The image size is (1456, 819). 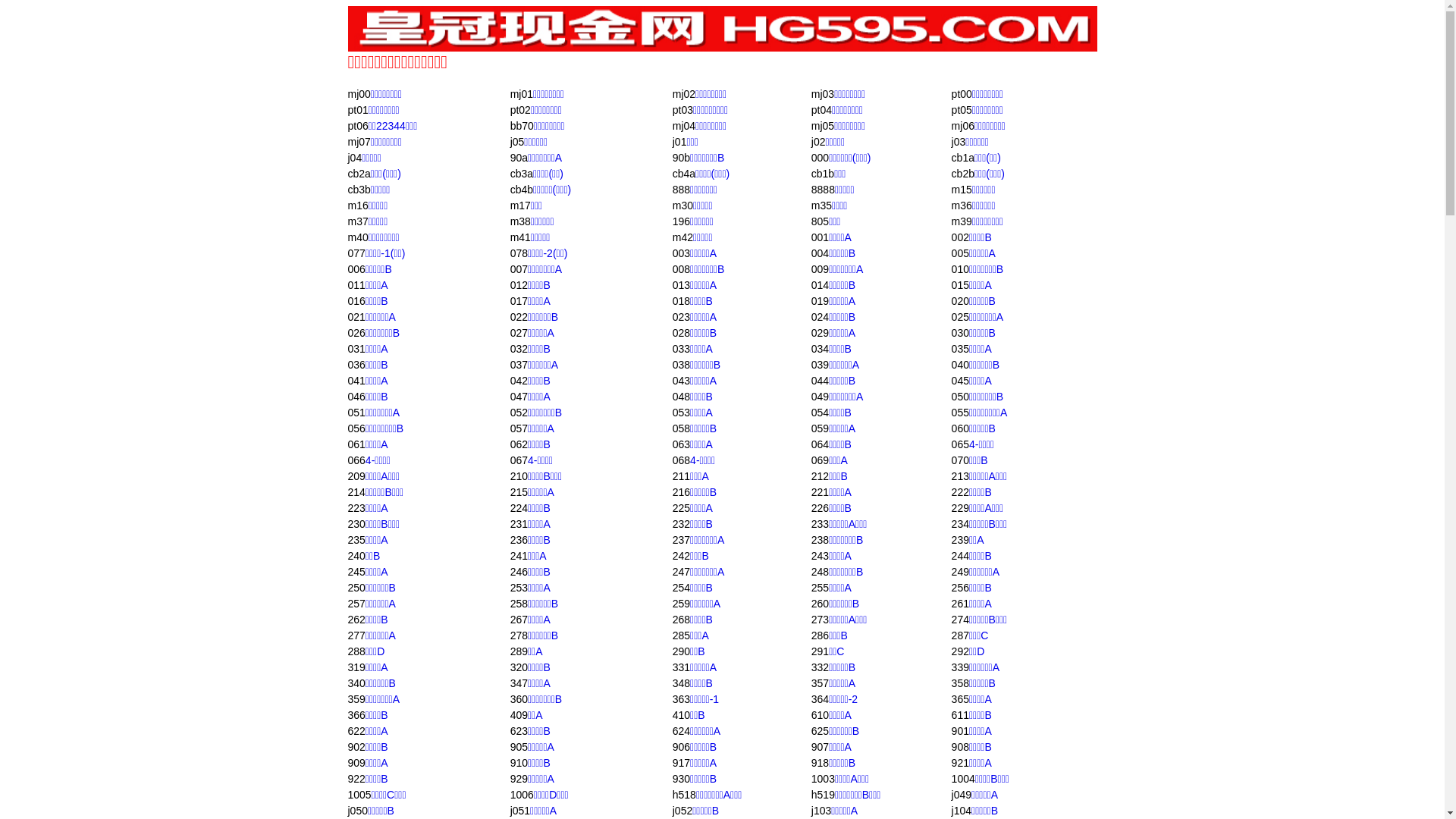 What do you see at coordinates (680, 666) in the screenshot?
I see `'331'` at bounding box center [680, 666].